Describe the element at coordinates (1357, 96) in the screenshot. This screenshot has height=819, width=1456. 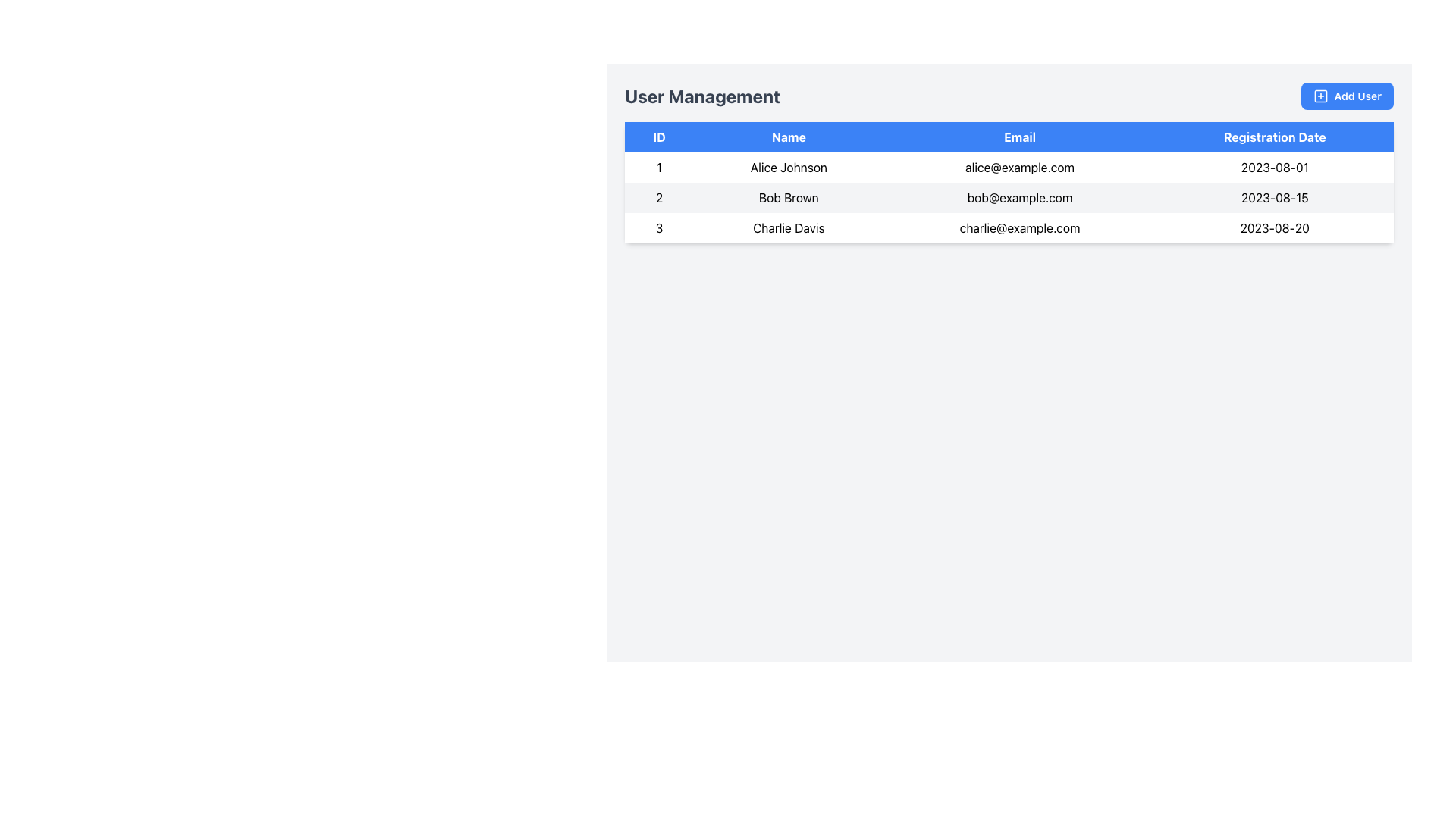
I see `the 'Add User' text label located within the button in the top-right corner to invoke the action of adding a new user` at that location.